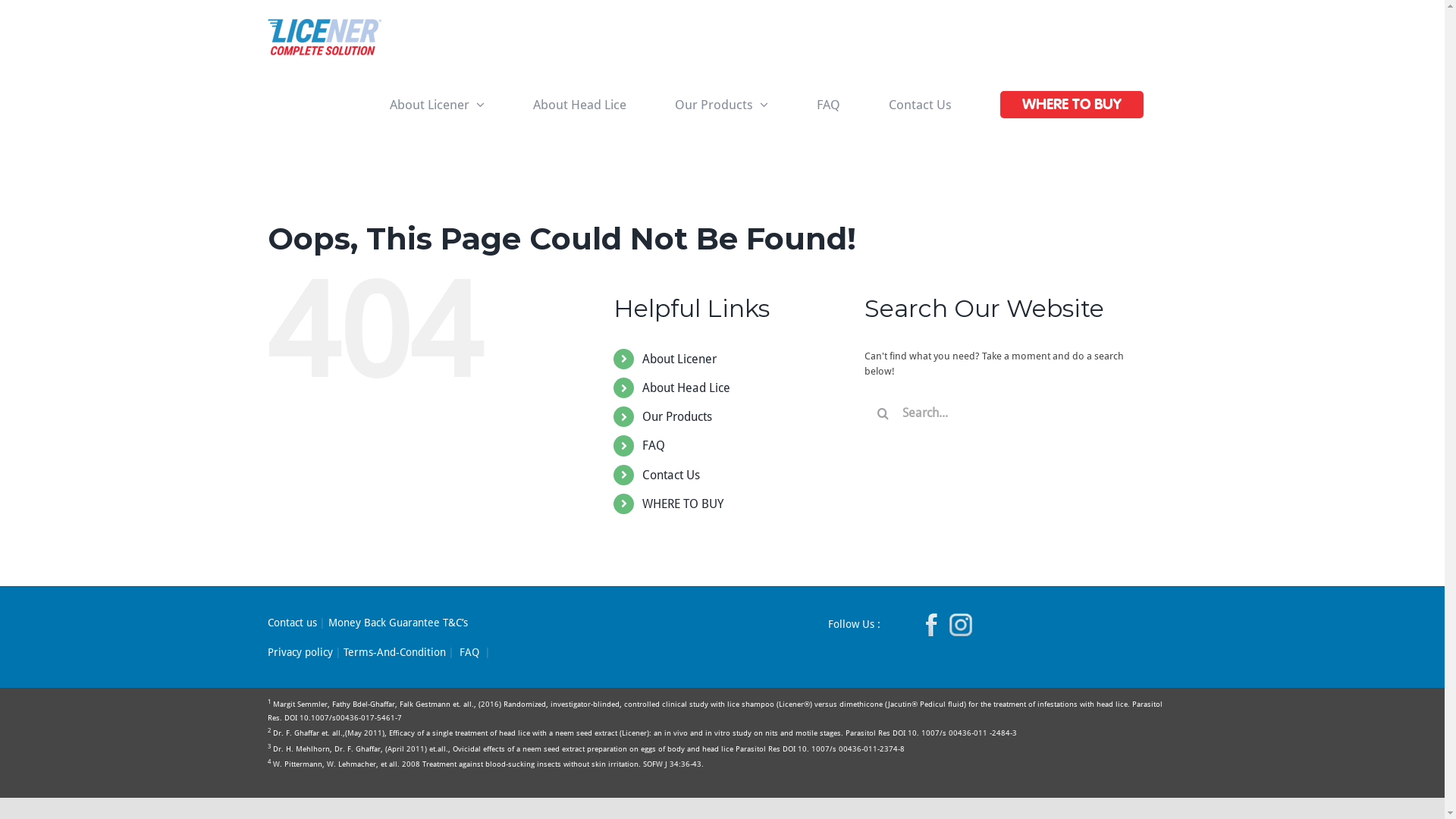 This screenshot has height=819, width=1456. What do you see at coordinates (682, 504) in the screenshot?
I see `'WHERE TO BUY'` at bounding box center [682, 504].